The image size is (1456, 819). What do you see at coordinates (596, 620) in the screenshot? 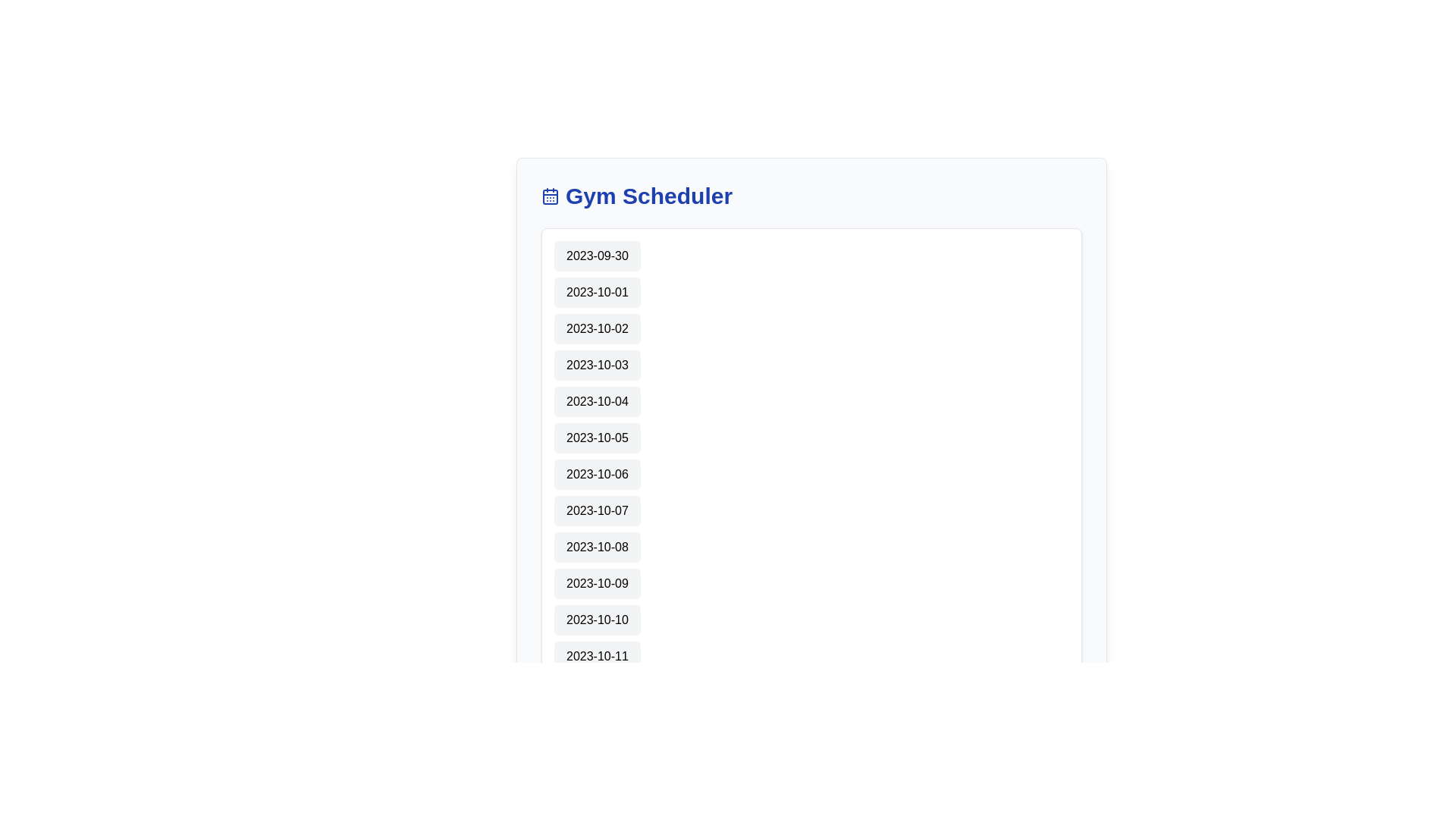
I see `the button displaying the date '2023-10-10'` at bounding box center [596, 620].